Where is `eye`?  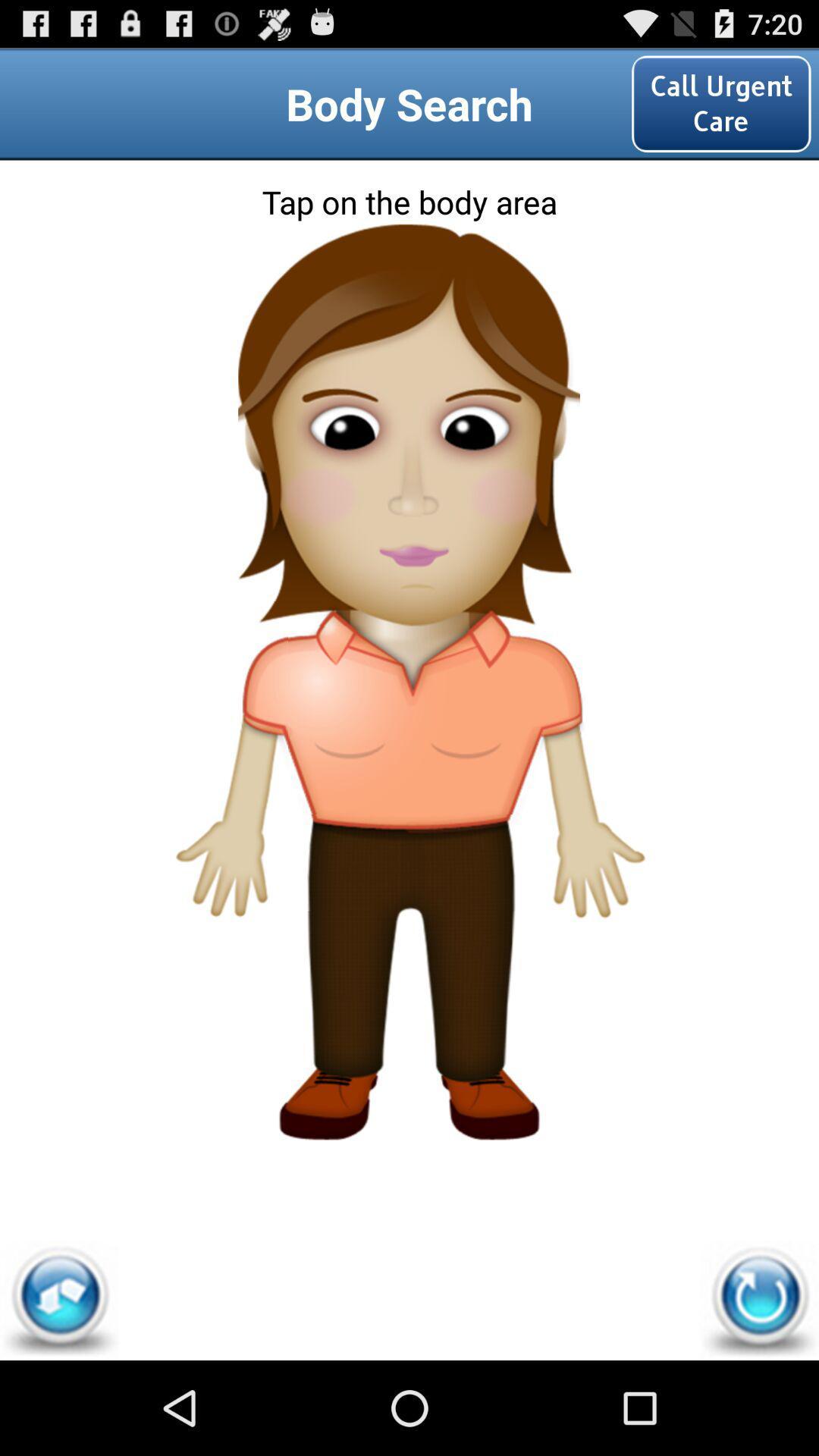 eye is located at coordinates (408, 406).